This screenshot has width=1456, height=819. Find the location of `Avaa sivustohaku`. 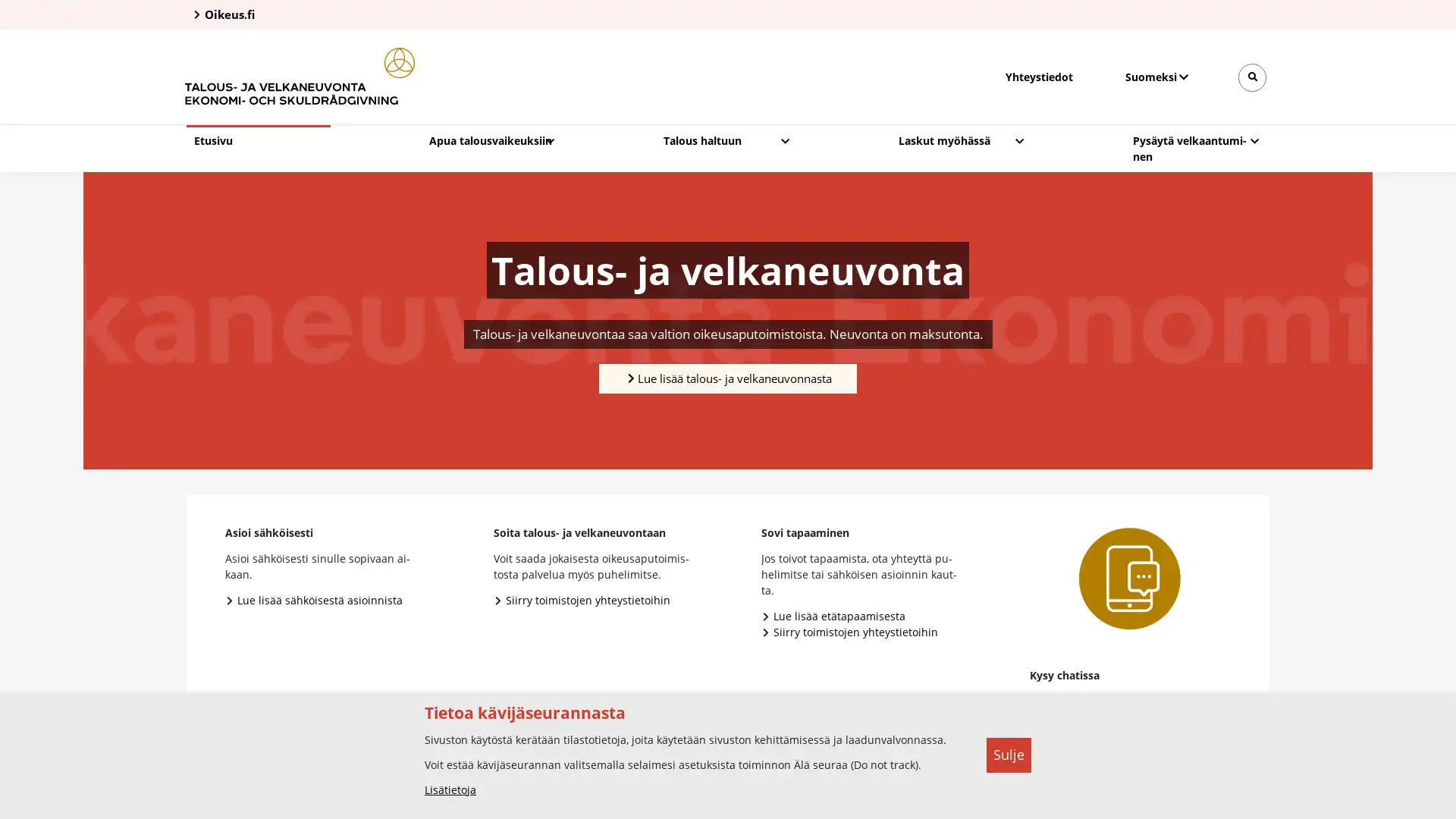

Avaa sivustohaku is located at coordinates (1252, 77).